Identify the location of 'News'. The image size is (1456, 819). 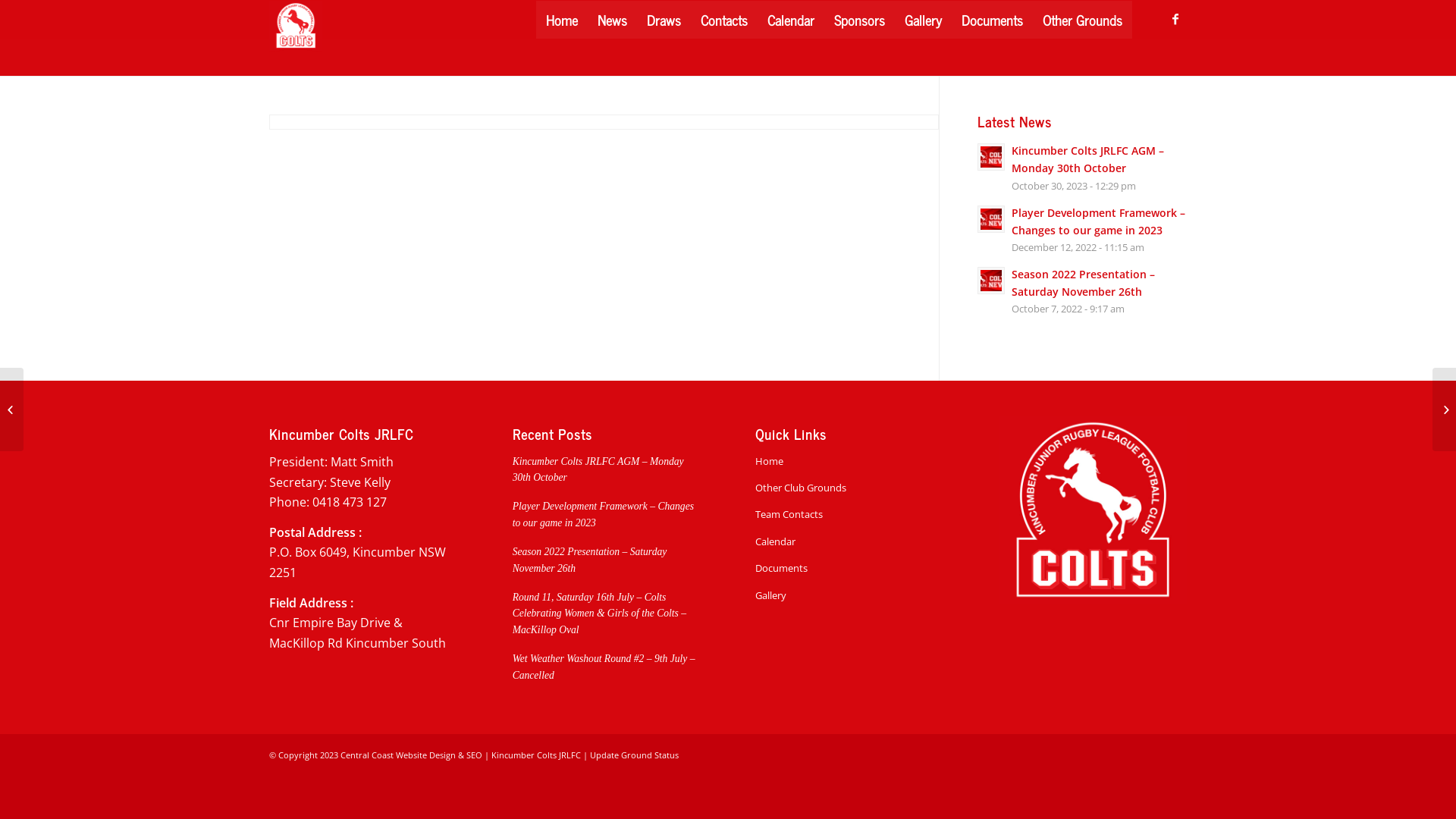
(612, 20).